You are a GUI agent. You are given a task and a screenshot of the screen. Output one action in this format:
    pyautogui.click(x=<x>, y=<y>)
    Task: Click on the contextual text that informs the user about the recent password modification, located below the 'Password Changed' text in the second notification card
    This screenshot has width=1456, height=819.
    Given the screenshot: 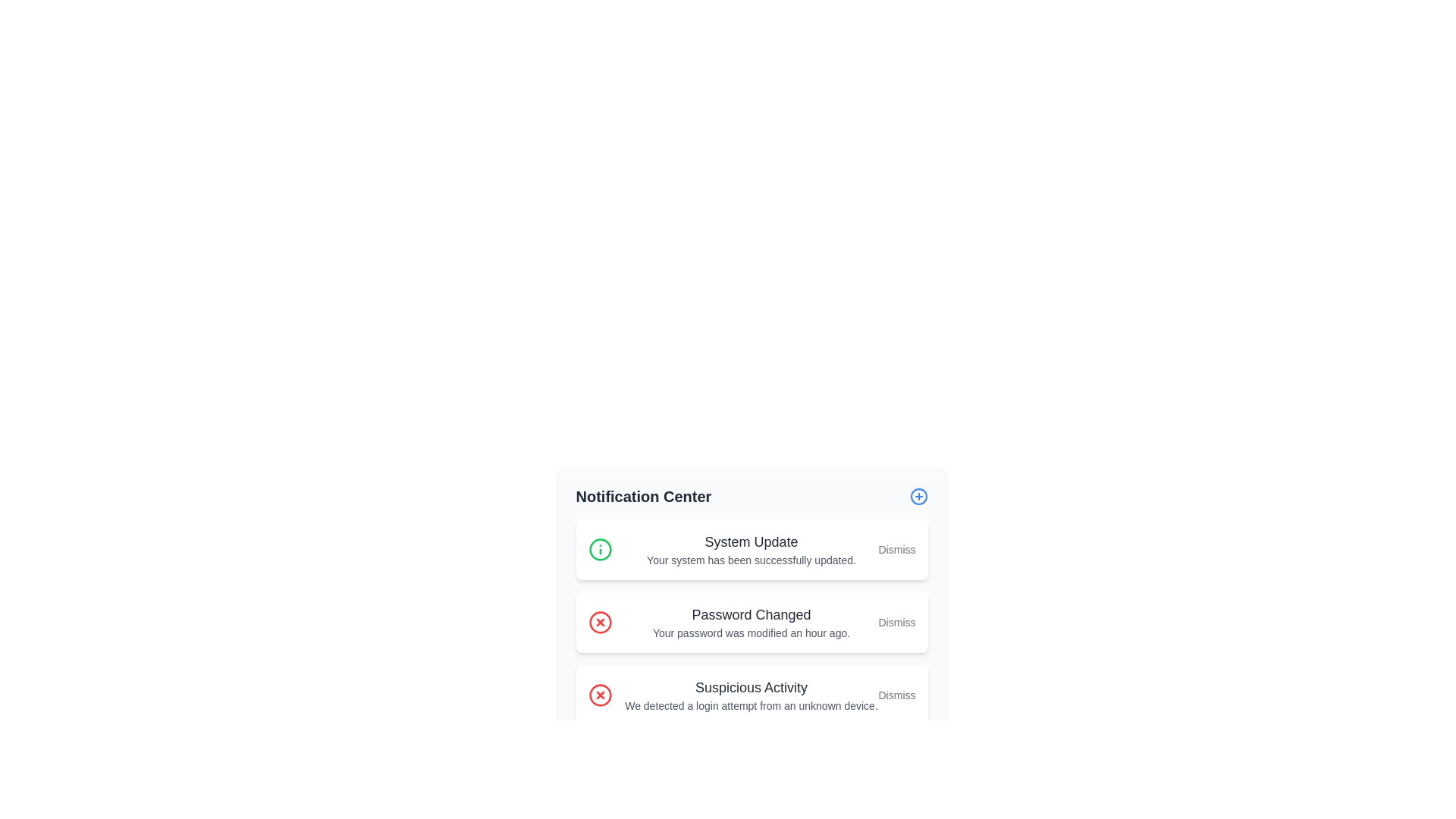 What is the action you would take?
    pyautogui.click(x=751, y=632)
    